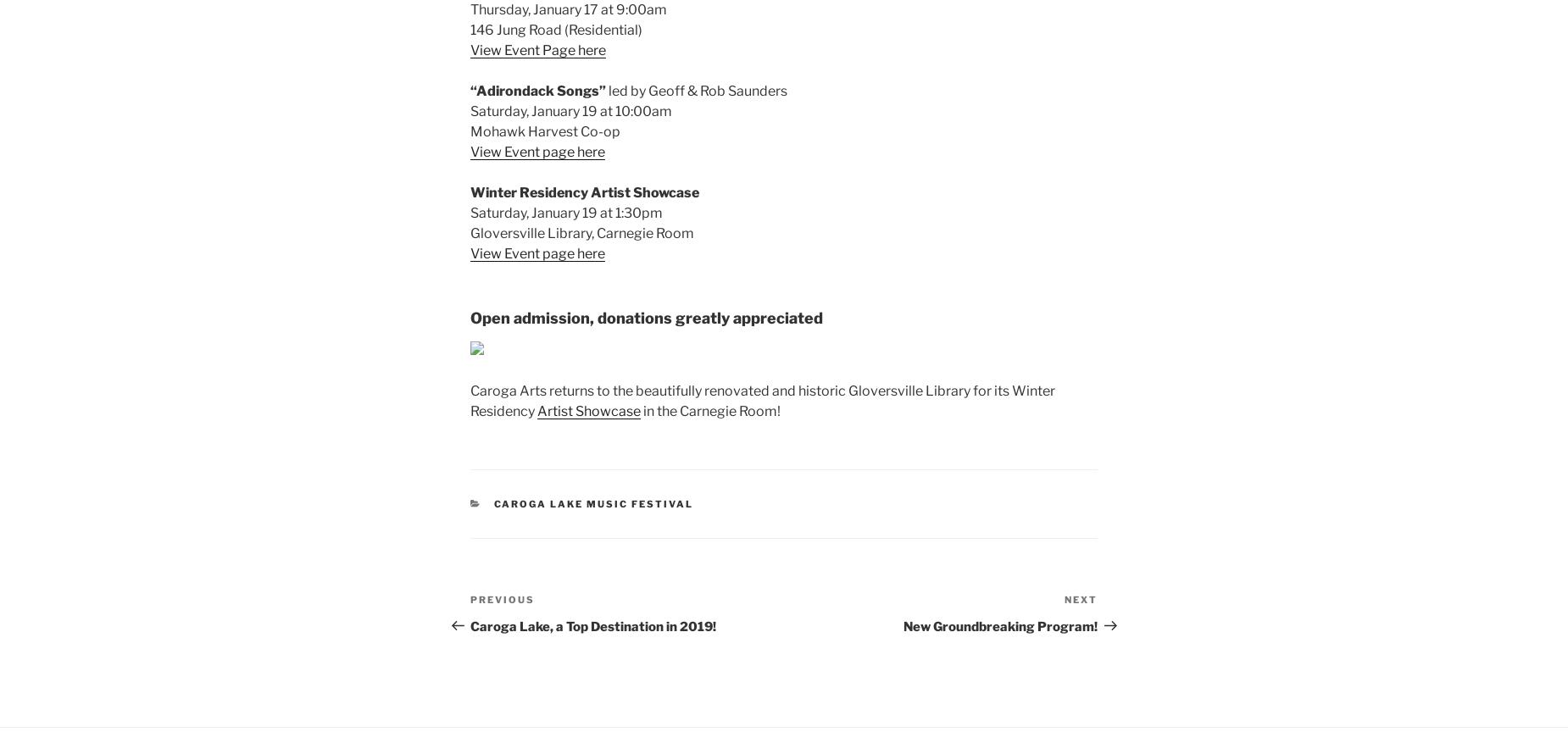  I want to click on 'Winter Residency', so click(531, 191).